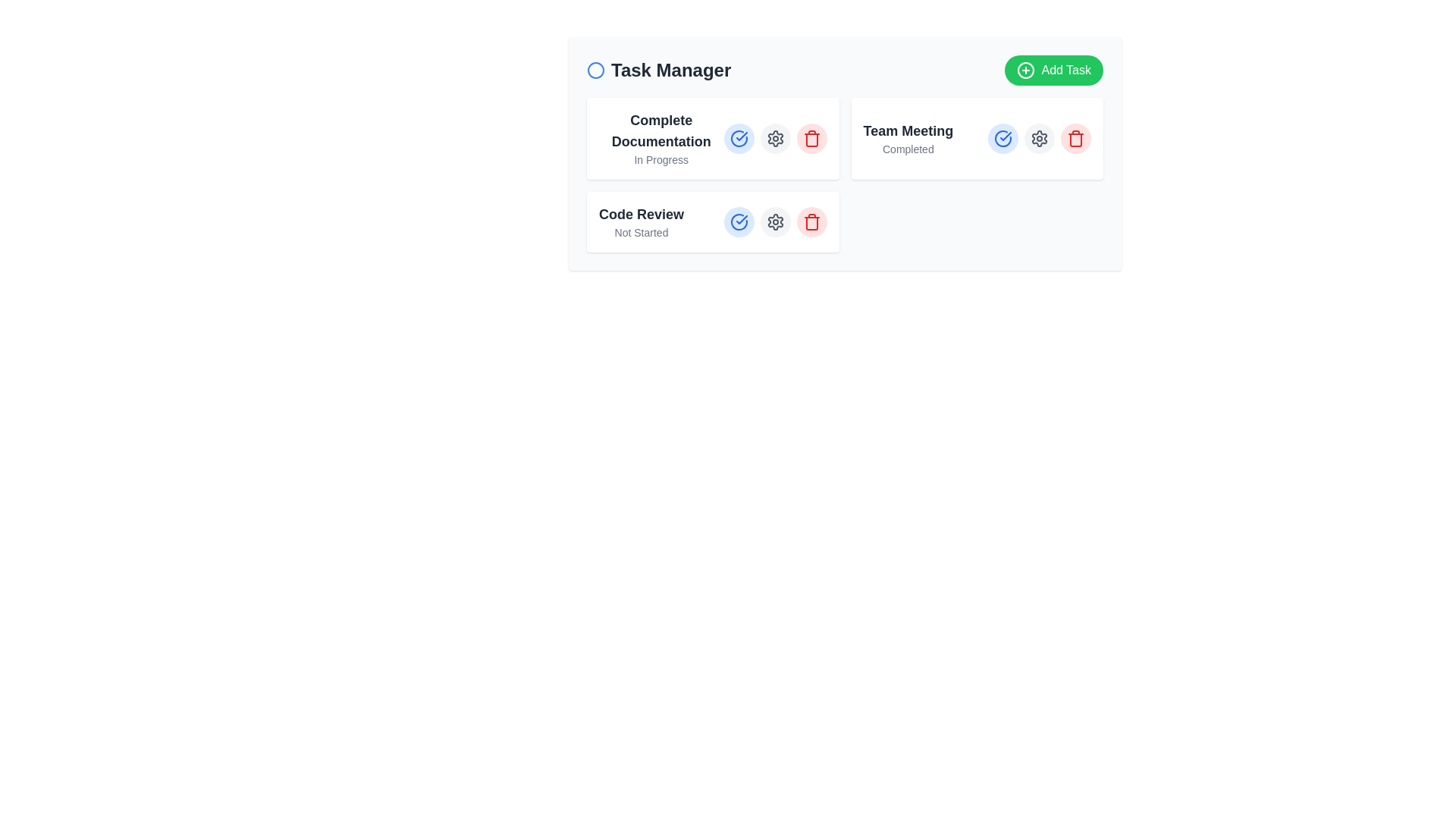 Image resolution: width=1456 pixels, height=819 pixels. Describe the element at coordinates (811, 222) in the screenshot. I see `the deletion button located in the bottom-right corner of the 'Code Review' task block` at that location.